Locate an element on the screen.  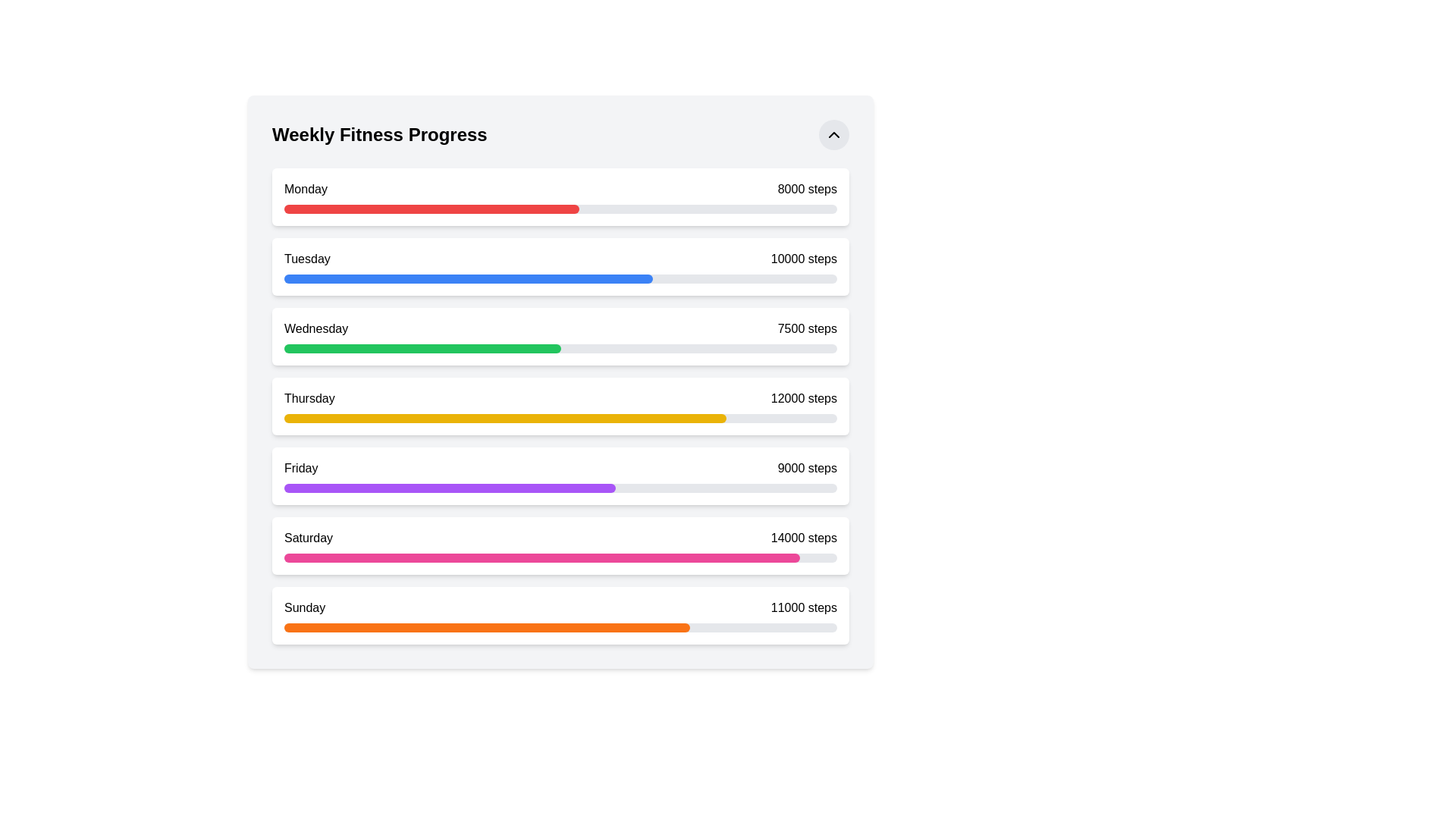
the horizontal progress bar labeled 'Monday', which has a gray background and a red foreground indicating progress is located at coordinates (560, 209).